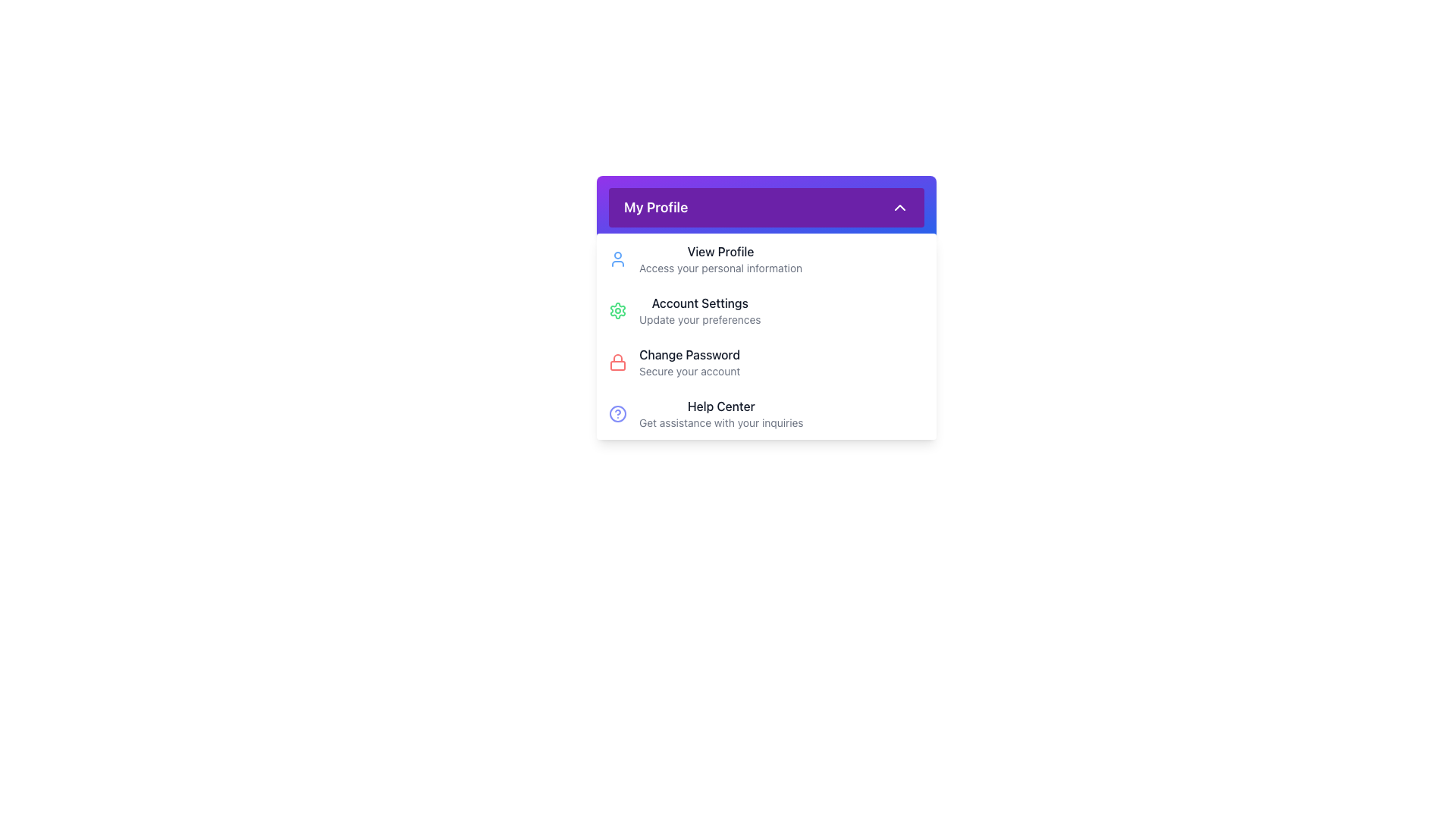  Describe the element at coordinates (720, 414) in the screenshot. I see `the Text Display element located in the dropdown menu under 'My Profile' that informs users about receiving help or assistance, positioned as the fourth item in the list` at that location.